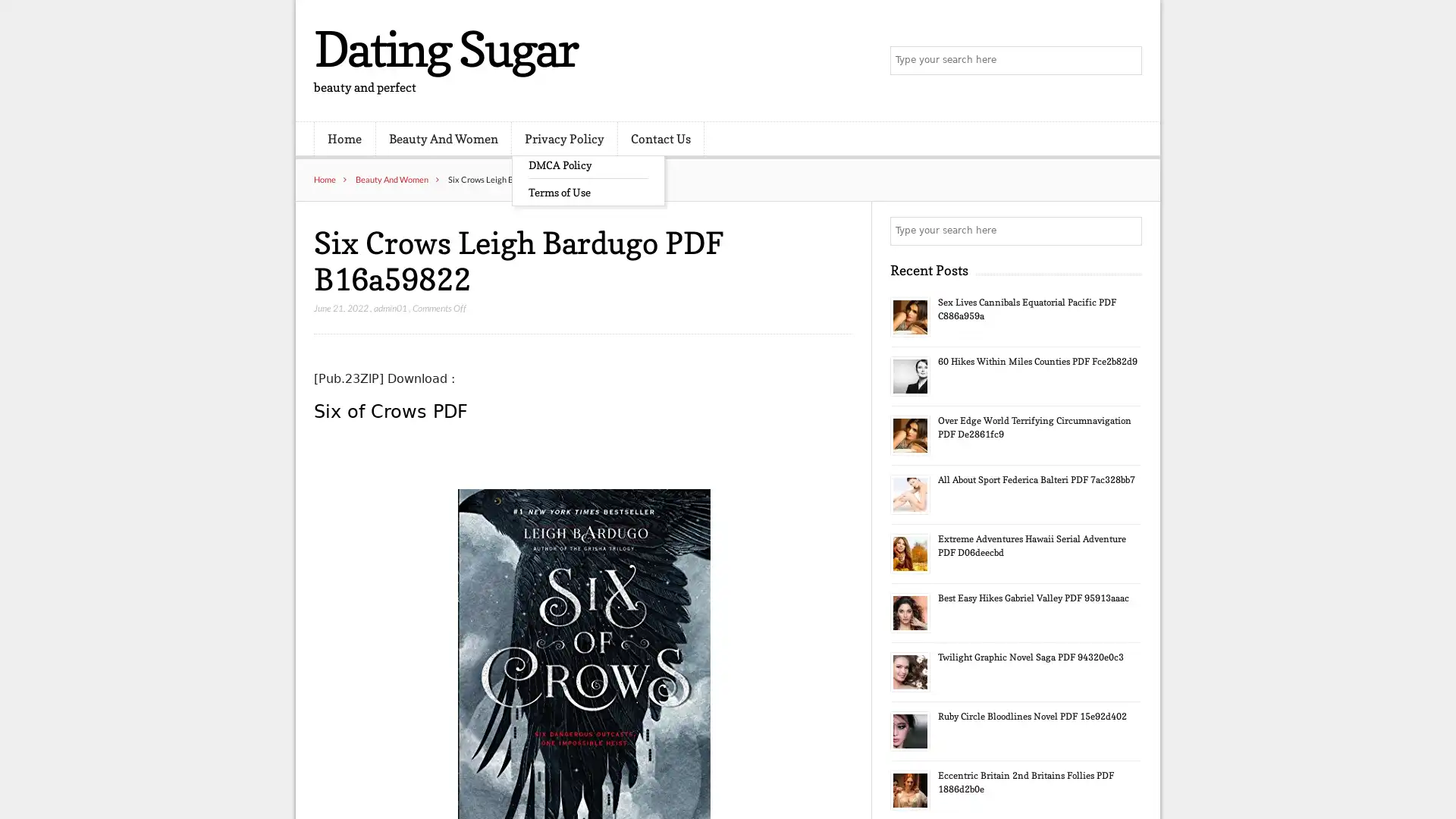 This screenshot has height=819, width=1456. I want to click on Search, so click(1126, 231).